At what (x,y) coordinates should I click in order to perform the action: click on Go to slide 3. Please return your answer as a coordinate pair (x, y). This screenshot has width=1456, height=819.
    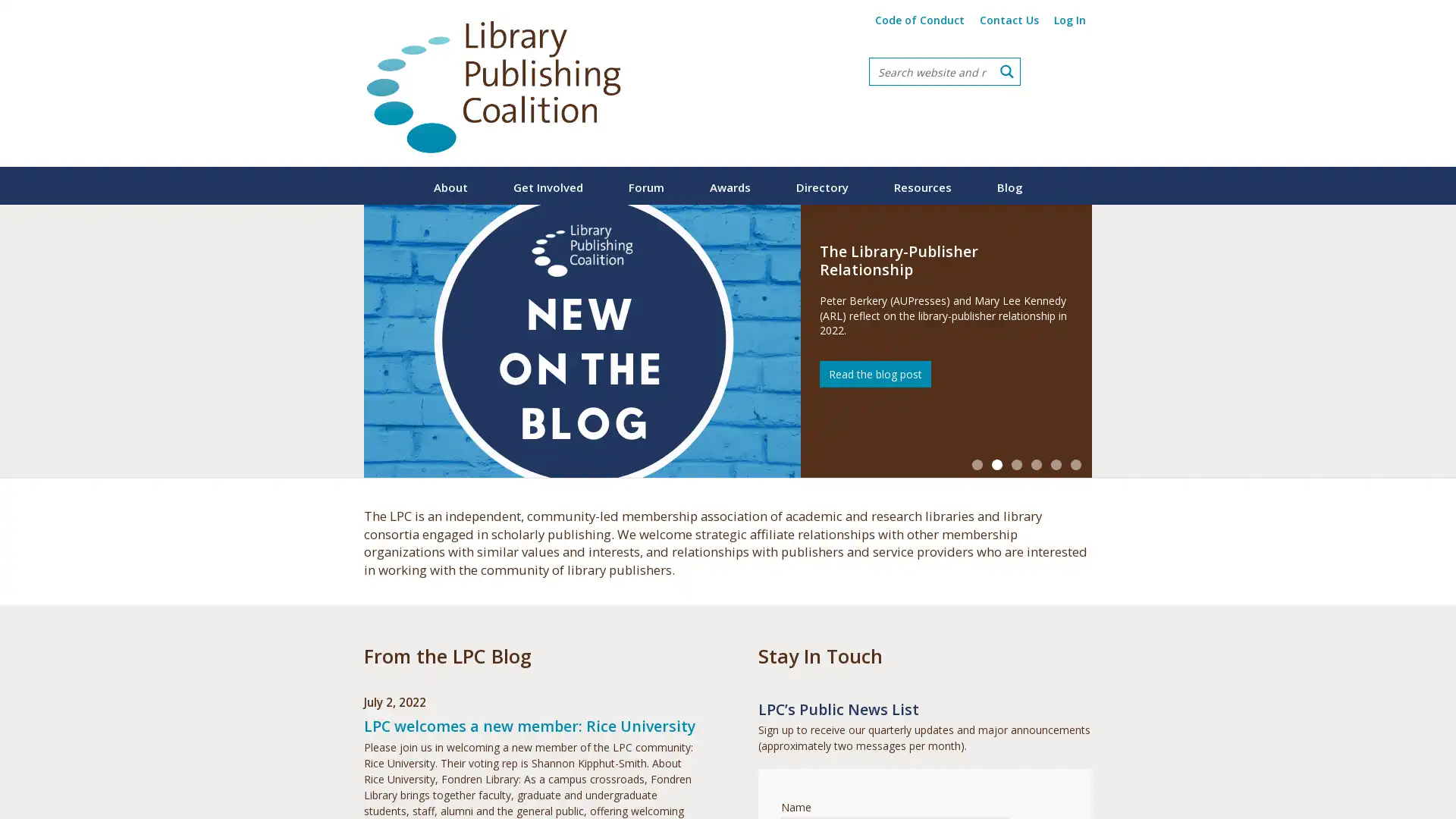
    Looking at the image, I should click on (1016, 464).